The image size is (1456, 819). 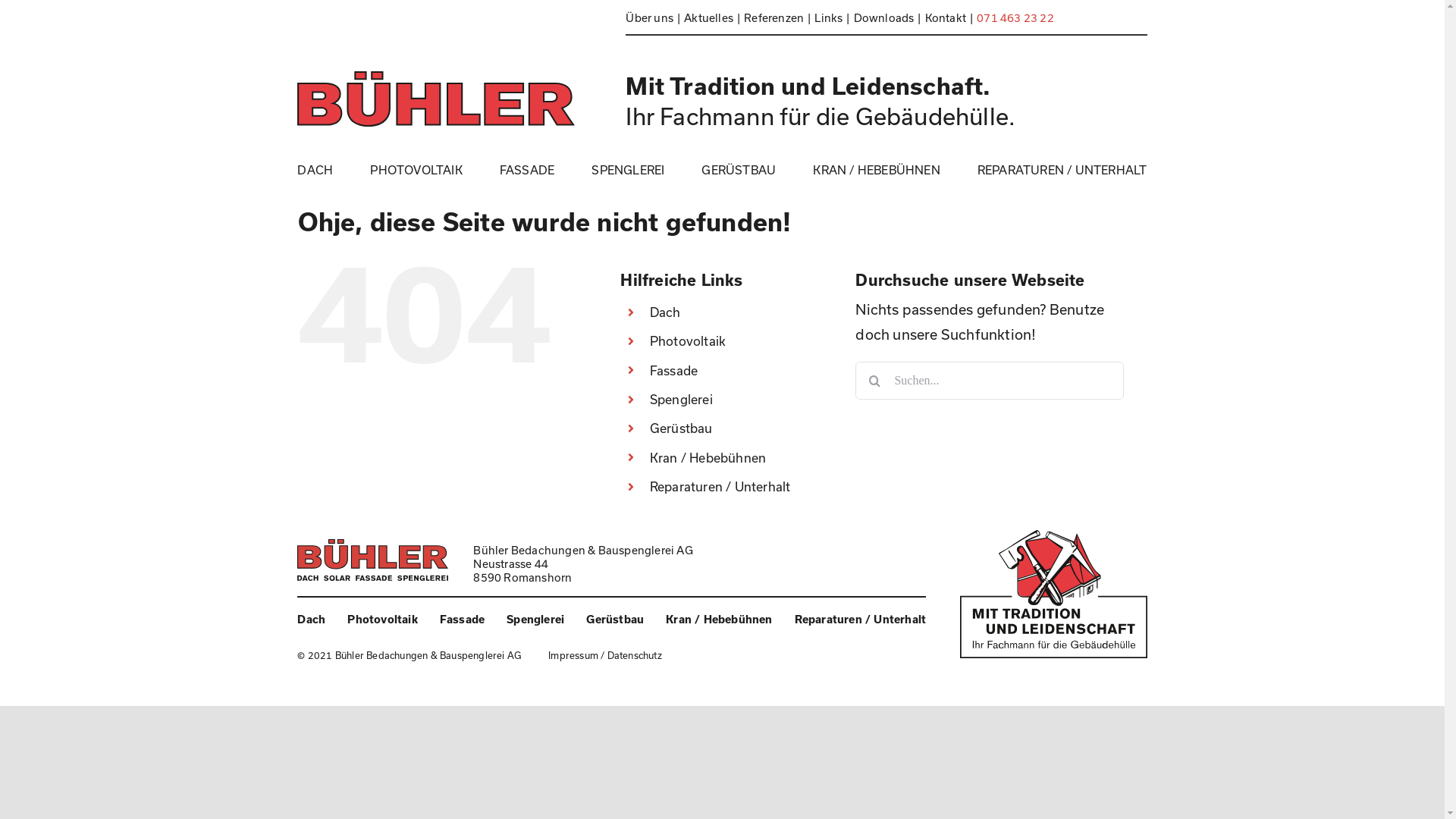 What do you see at coordinates (1052, 593) in the screenshot?
I see `'label'` at bounding box center [1052, 593].